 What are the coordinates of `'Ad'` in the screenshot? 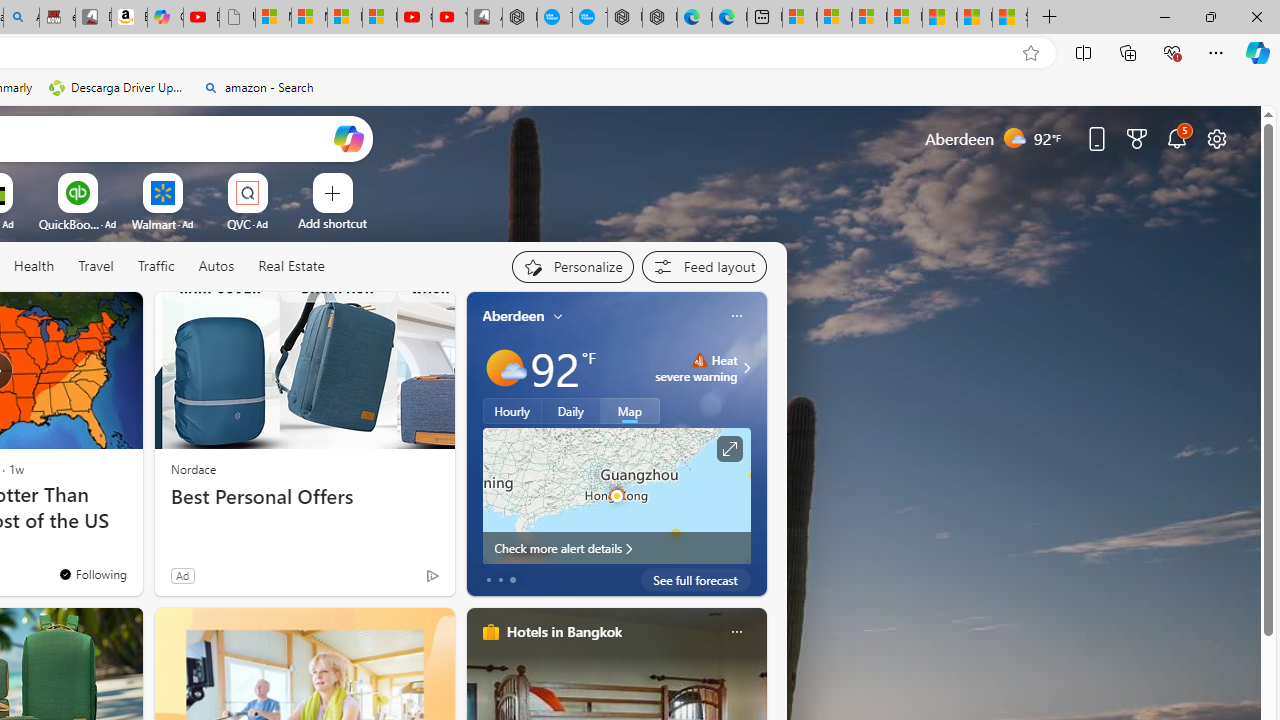 It's located at (182, 575).